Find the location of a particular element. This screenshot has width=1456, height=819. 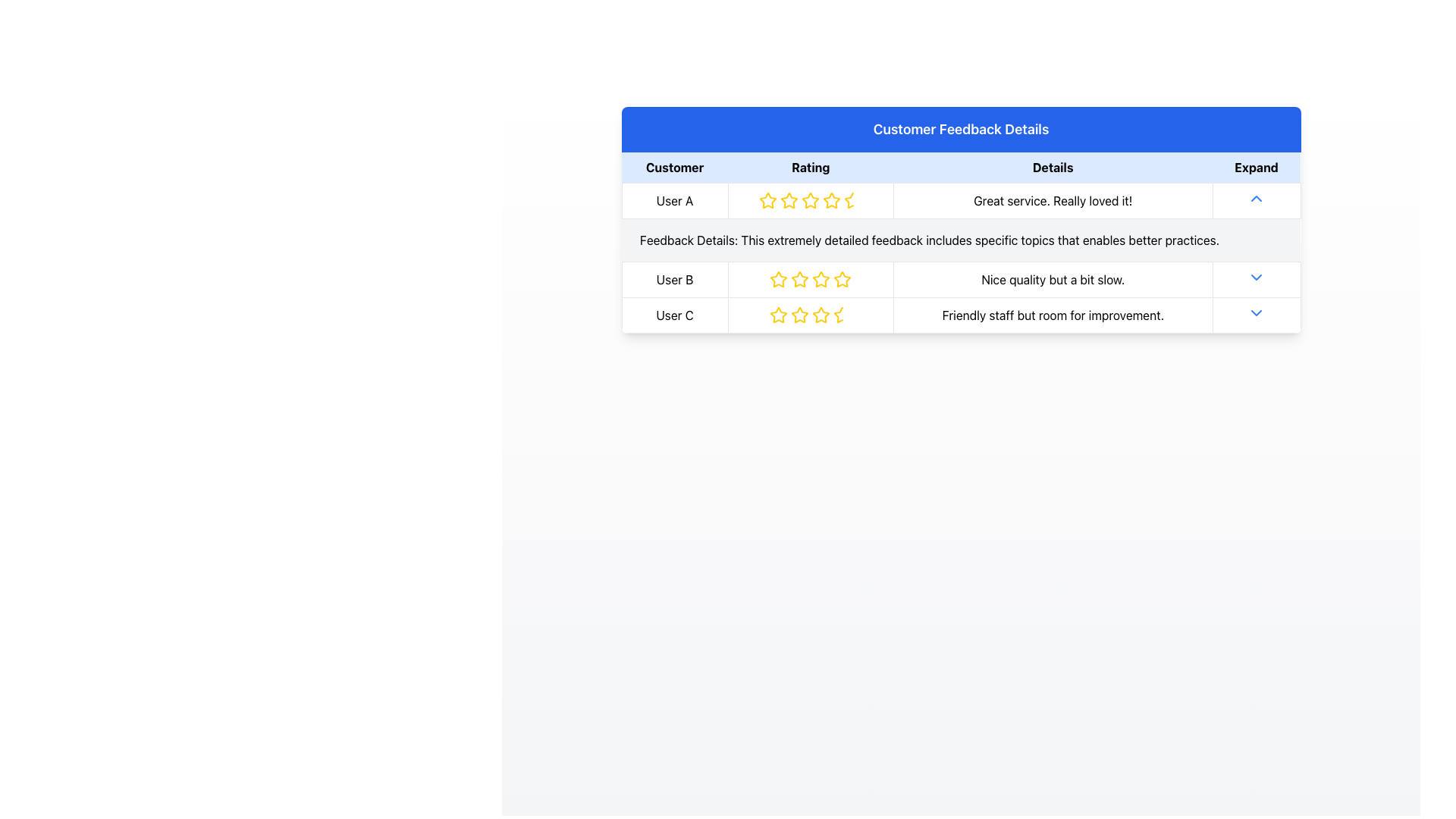

the second star icon in the rating column of the first row under 'User A' in the 'Customer Feedback Details' table to reflect the user's assigned rating is located at coordinates (789, 200).